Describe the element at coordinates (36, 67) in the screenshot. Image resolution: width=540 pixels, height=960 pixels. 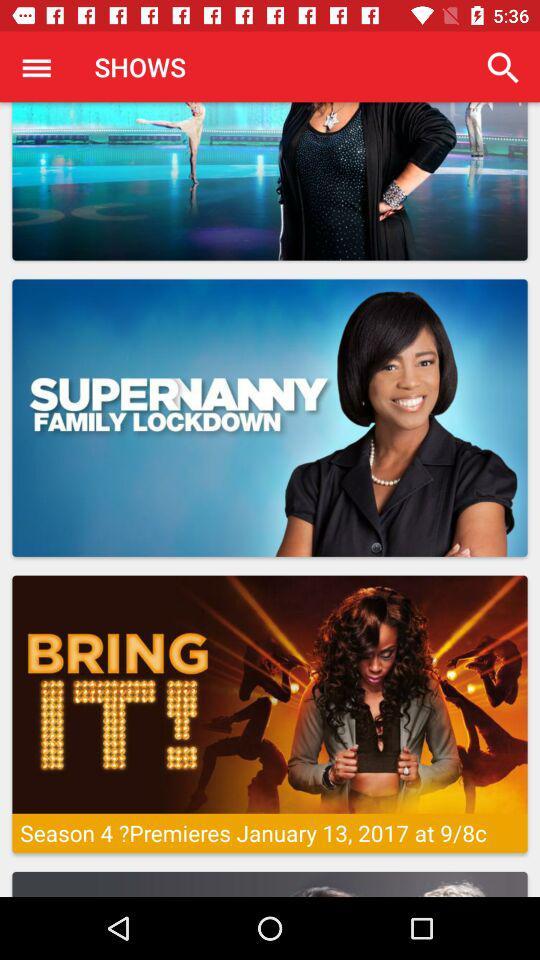
I see `the item to the left of shows` at that location.